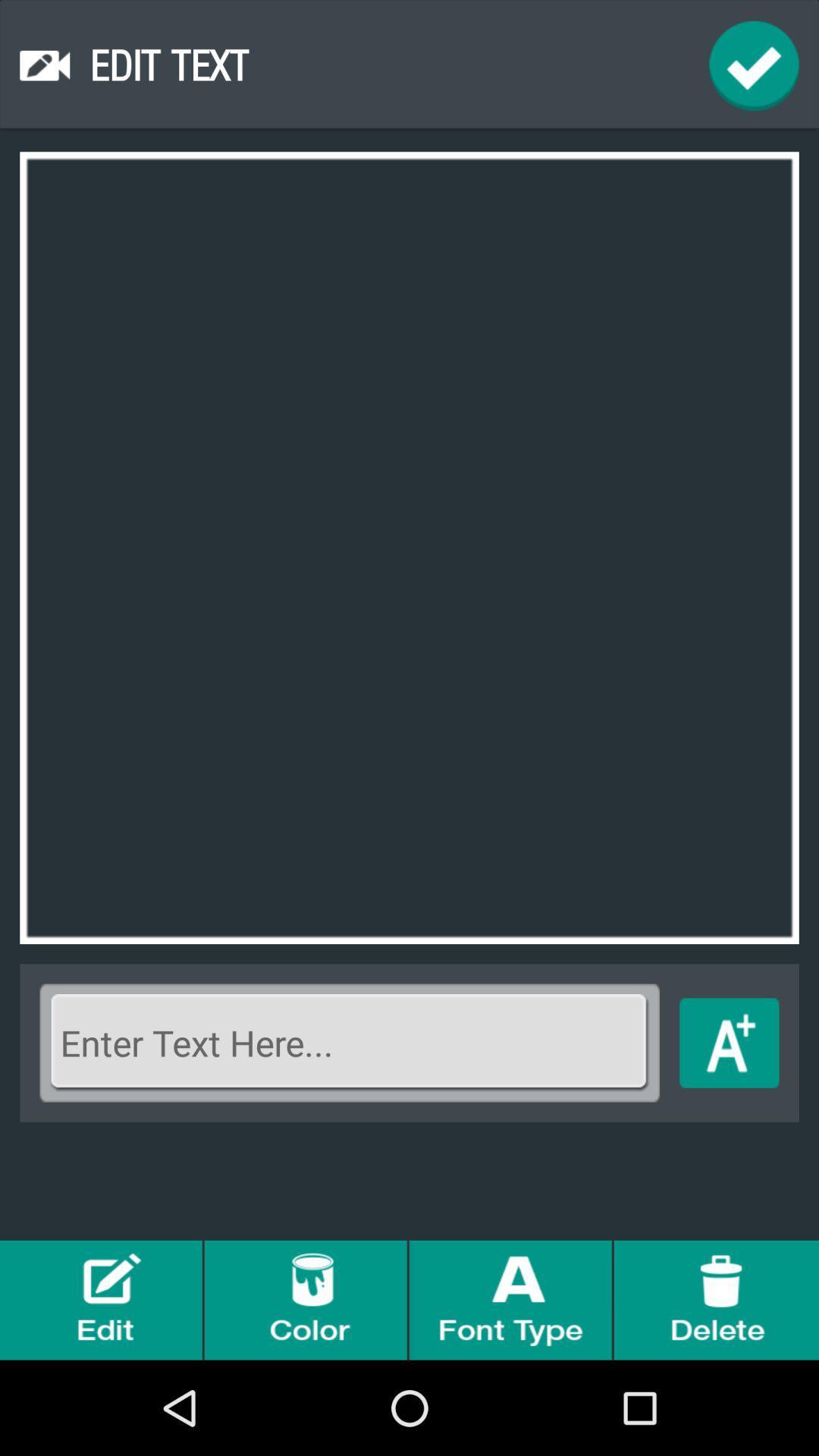  I want to click on edit, so click(102, 1299).